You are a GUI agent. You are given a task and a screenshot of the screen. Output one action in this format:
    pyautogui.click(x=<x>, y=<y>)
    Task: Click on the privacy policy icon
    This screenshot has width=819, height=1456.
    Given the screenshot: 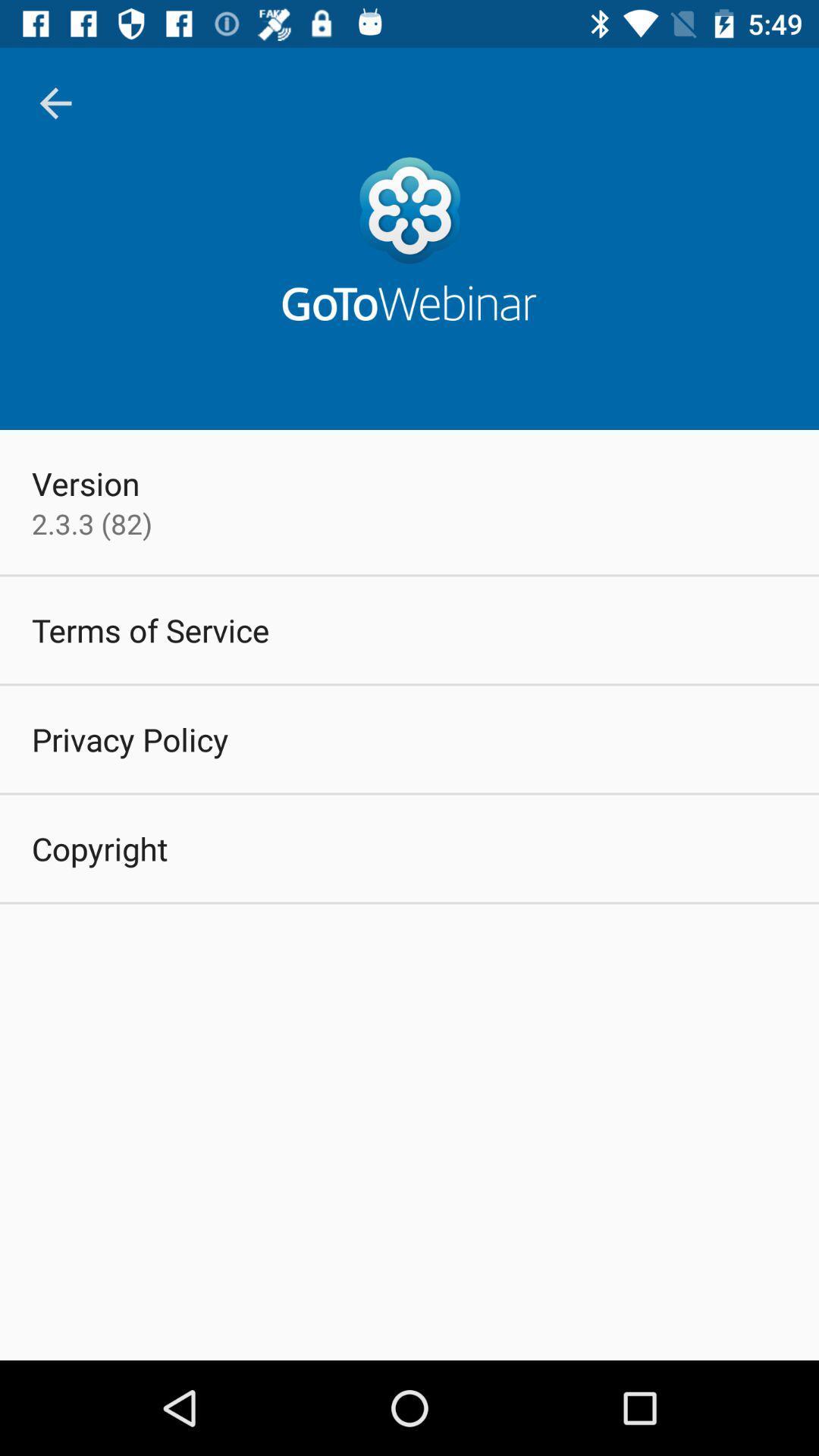 What is the action you would take?
    pyautogui.click(x=129, y=739)
    